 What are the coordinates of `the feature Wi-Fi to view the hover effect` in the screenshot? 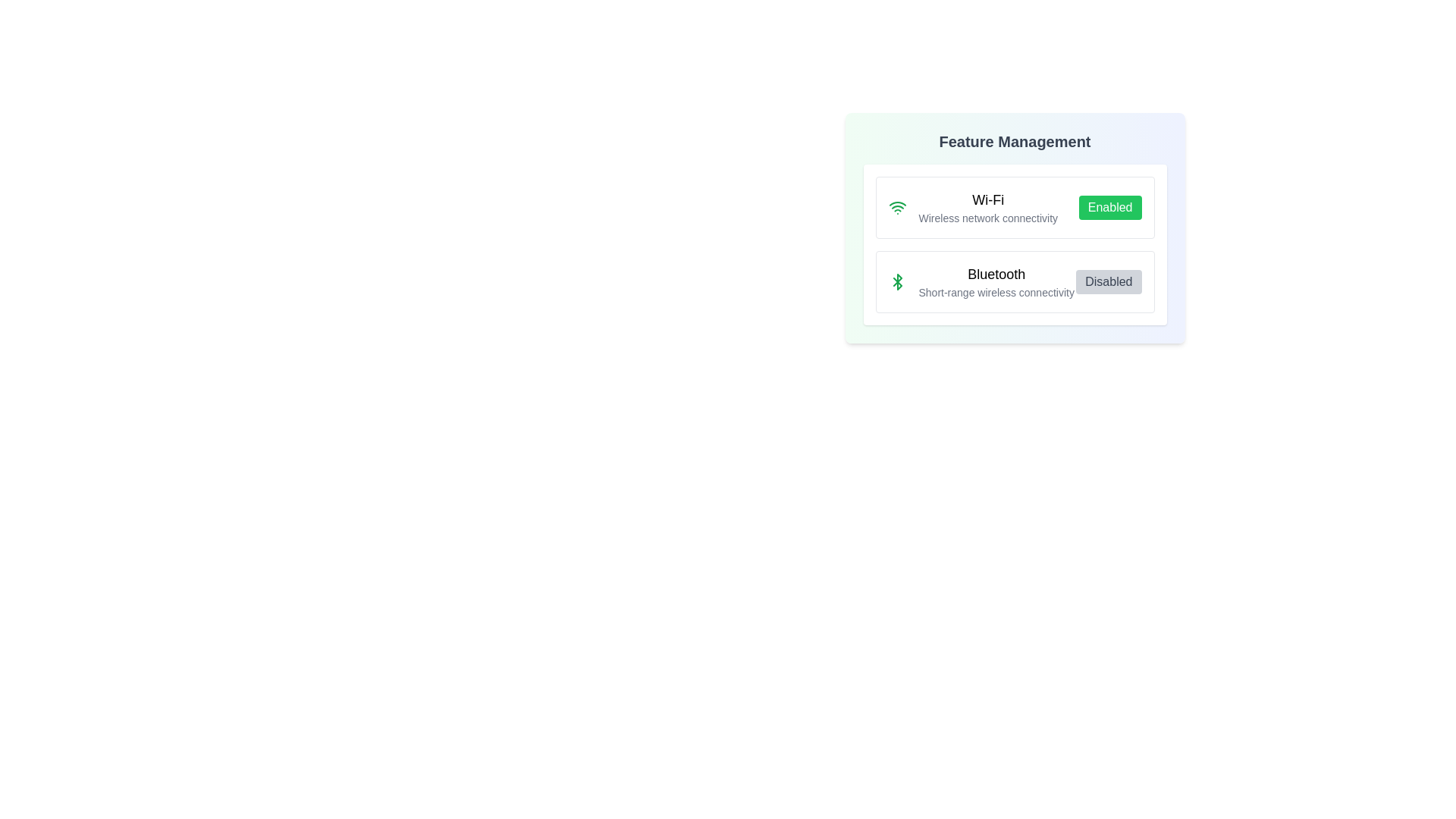 It's located at (1015, 207).